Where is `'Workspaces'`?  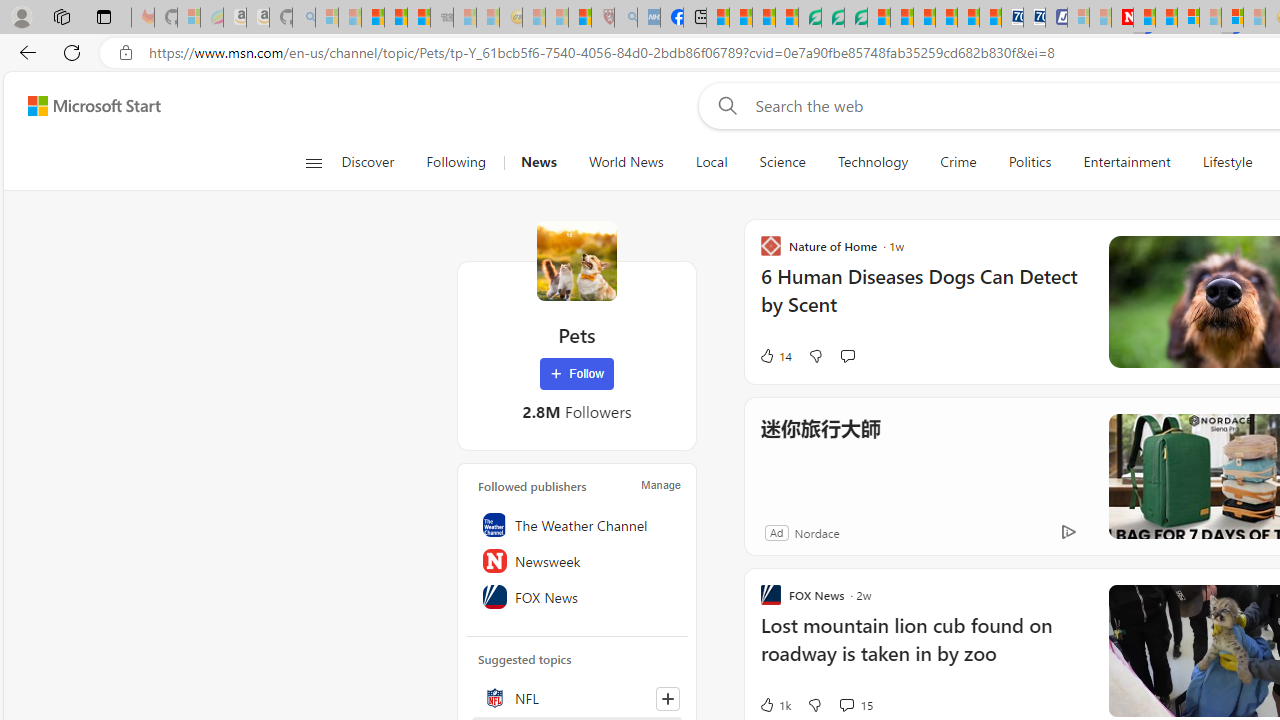 'Workspaces' is located at coordinates (61, 16).